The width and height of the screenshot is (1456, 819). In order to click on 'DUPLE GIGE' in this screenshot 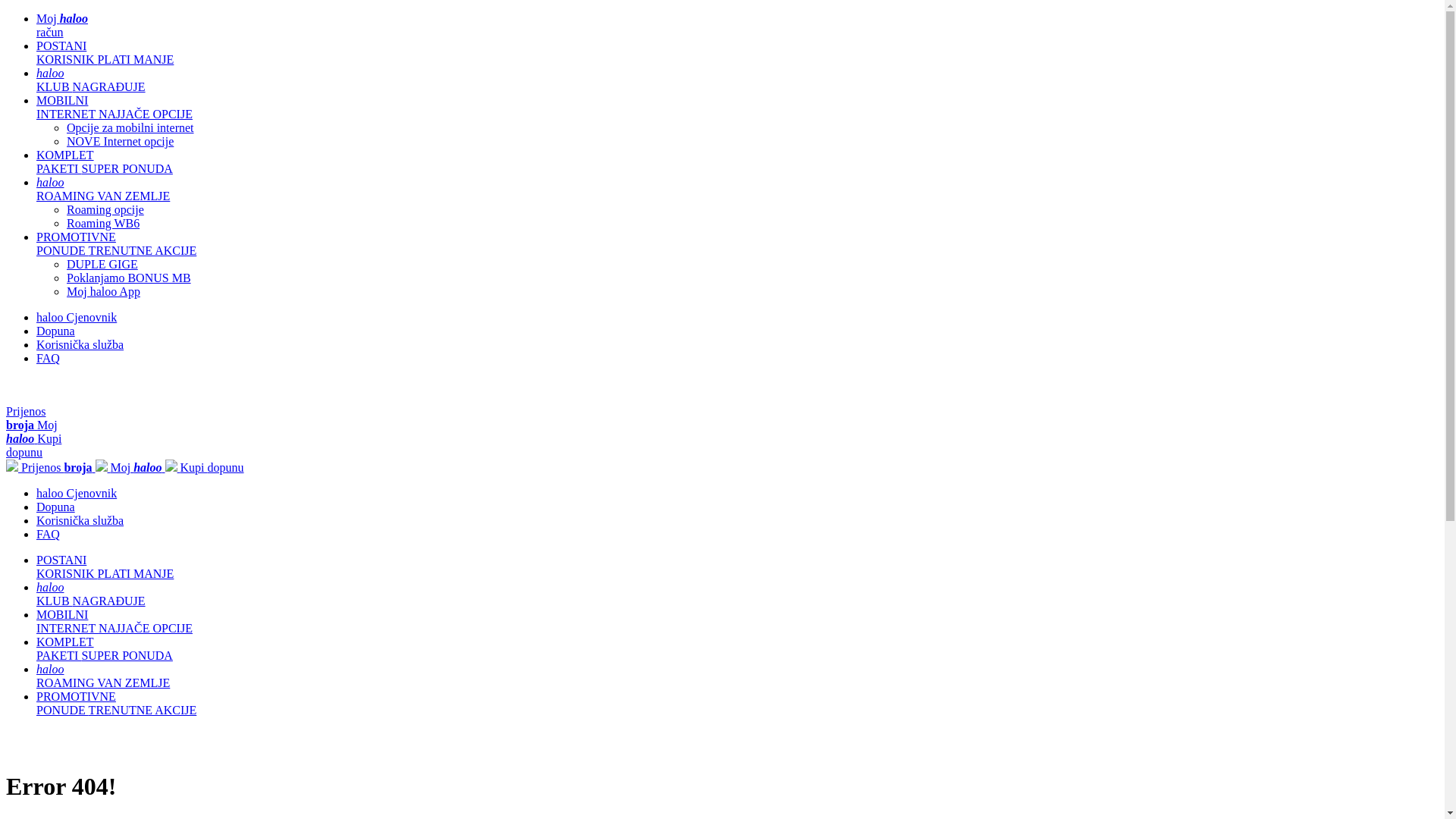, I will do `click(101, 263)`.